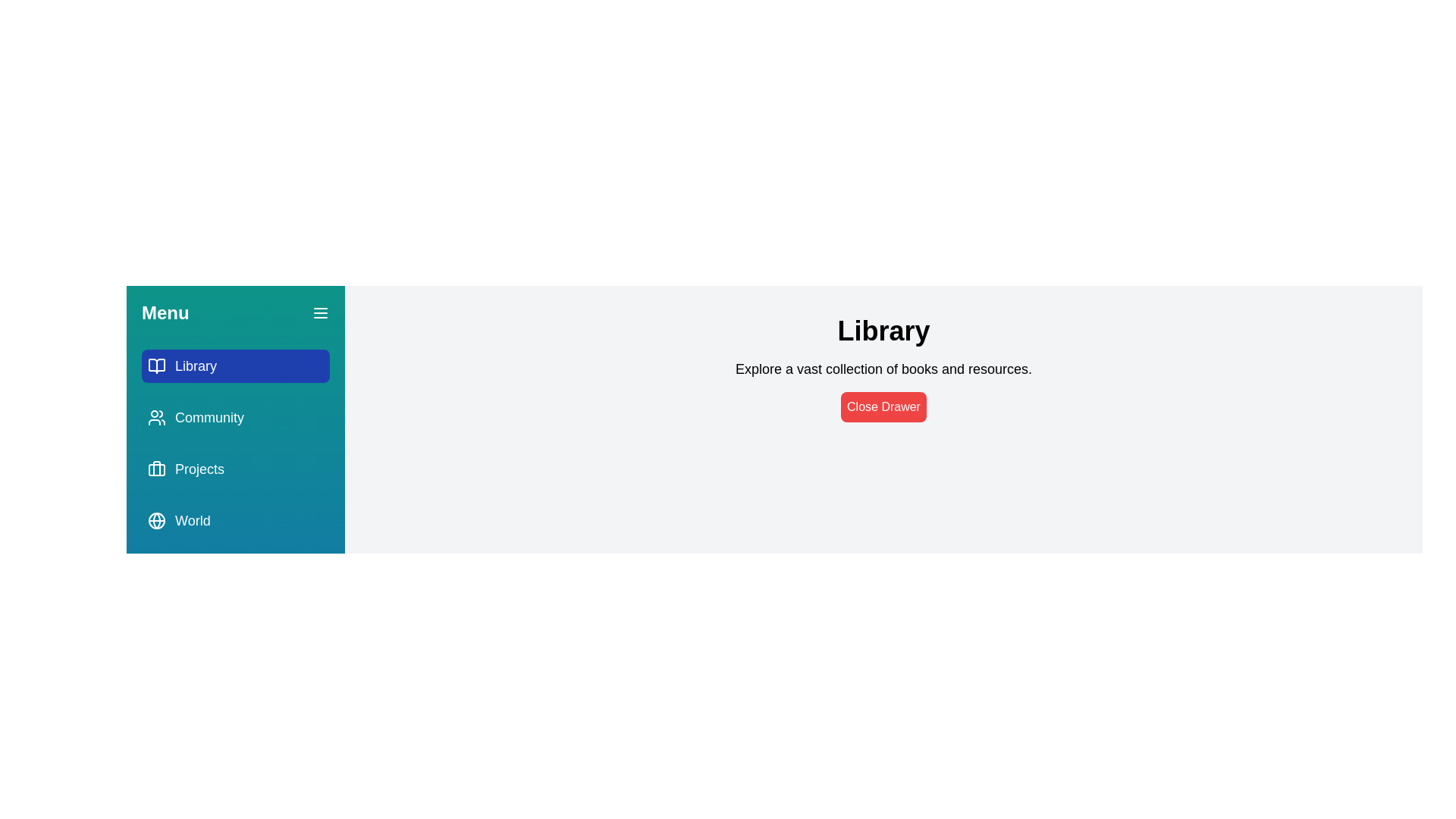  I want to click on the menu item Community to observe its hover effect, so click(235, 418).